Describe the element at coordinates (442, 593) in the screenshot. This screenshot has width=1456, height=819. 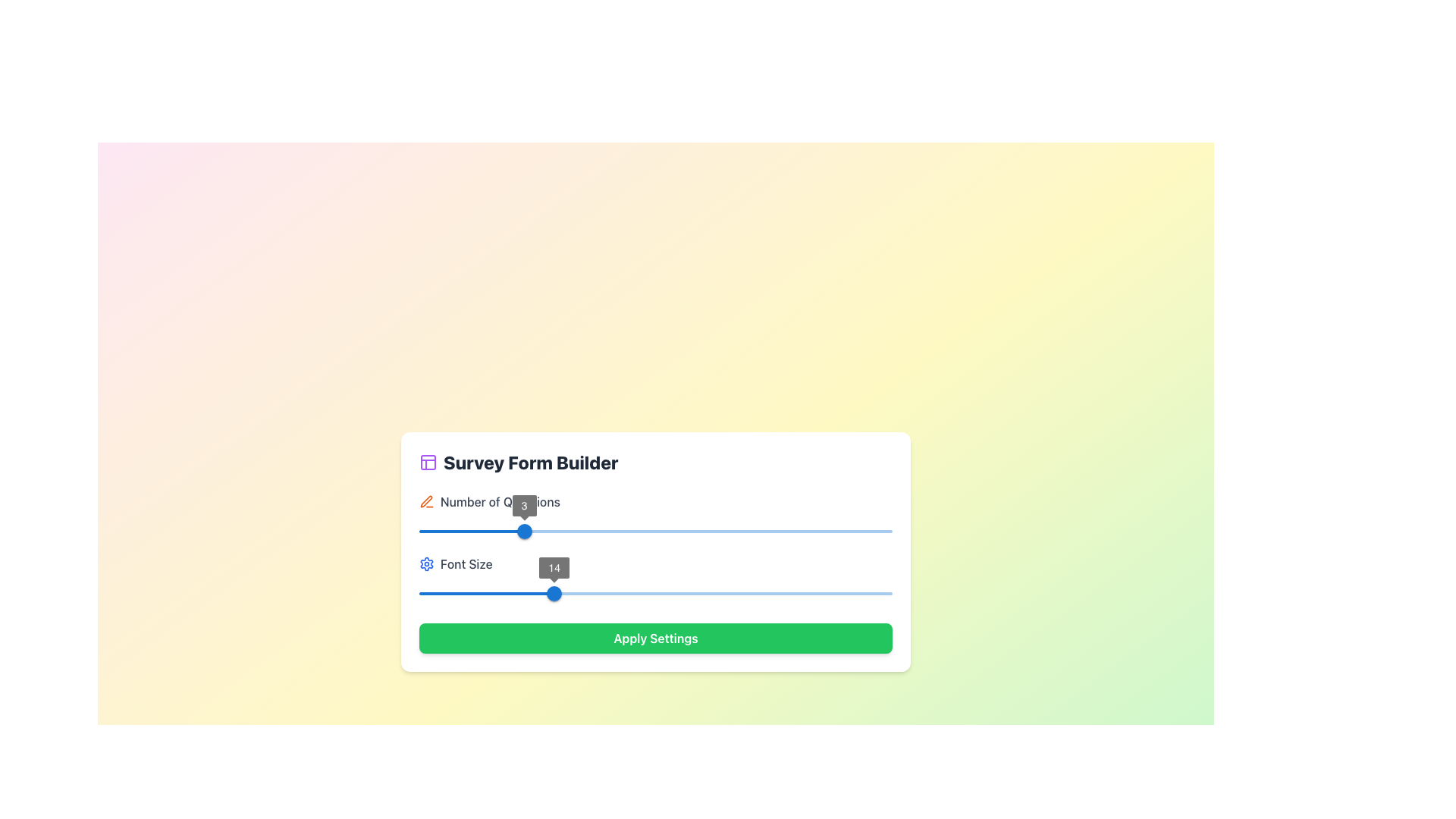
I see `font size` at that location.